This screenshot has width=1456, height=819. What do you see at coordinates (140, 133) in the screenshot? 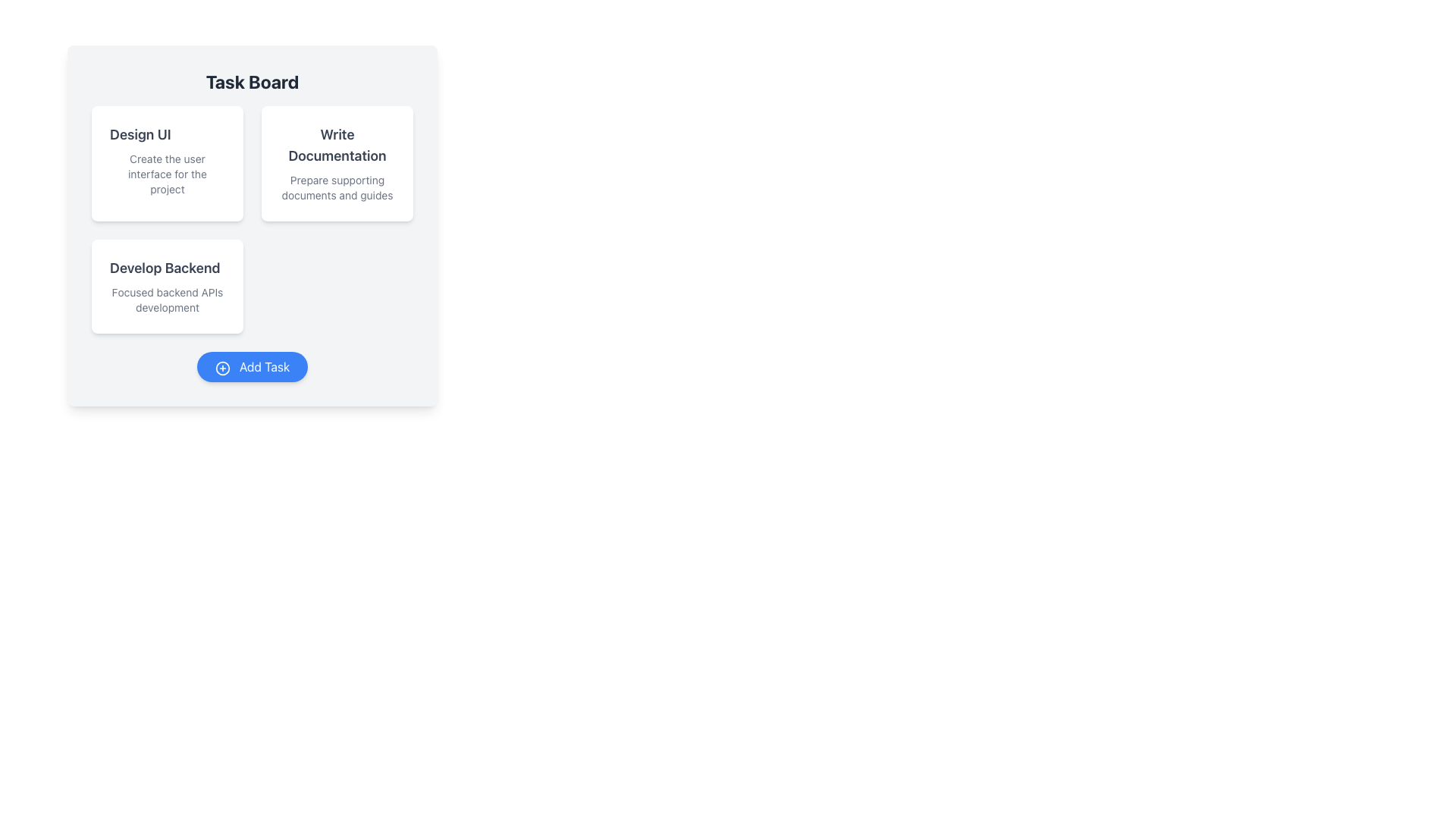
I see `text from the Text Label located in the top-left card of the 2x2 grid, which summarizes the card's content` at bounding box center [140, 133].